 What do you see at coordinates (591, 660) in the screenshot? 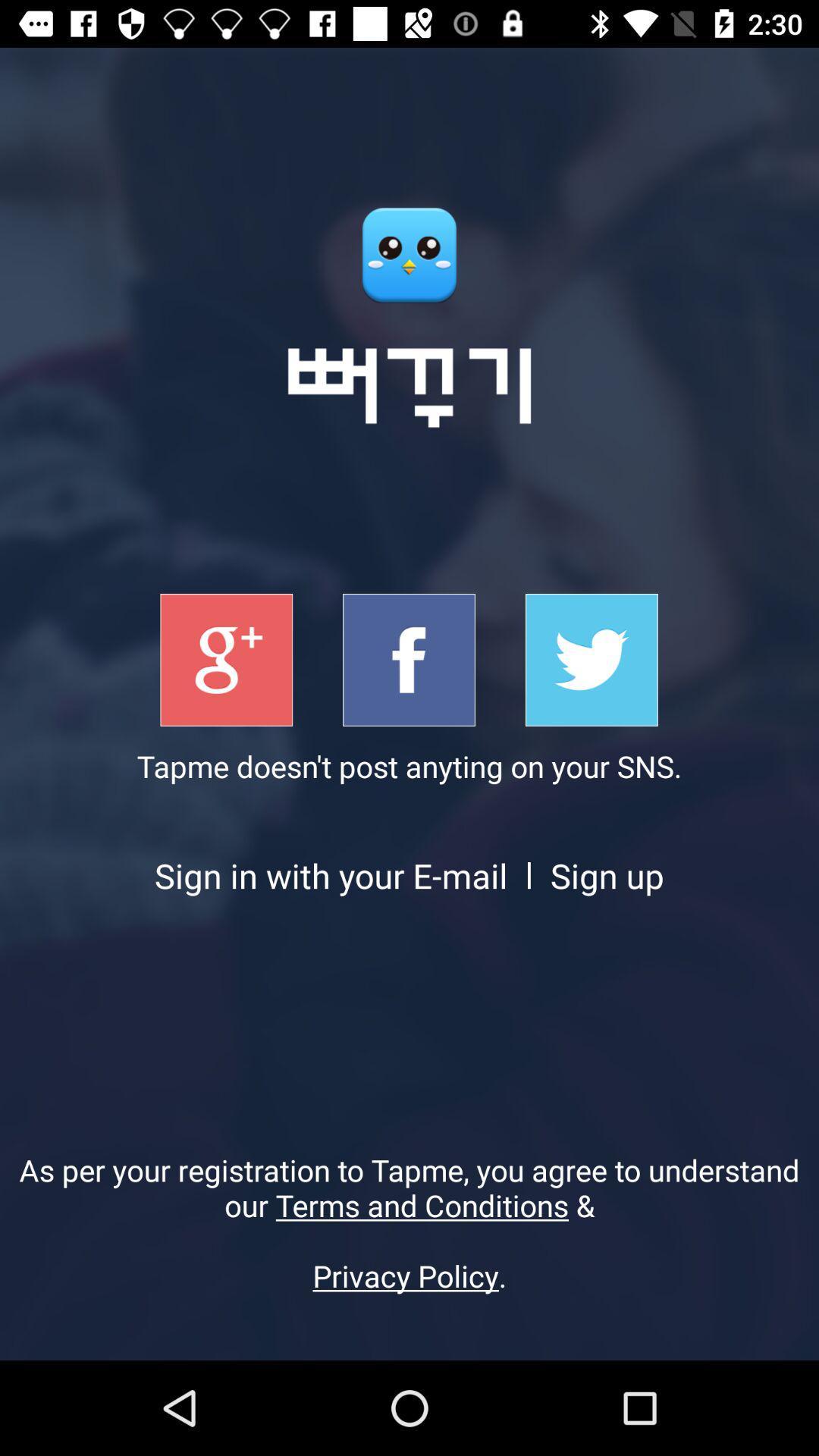
I see `the twitter icon` at bounding box center [591, 660].